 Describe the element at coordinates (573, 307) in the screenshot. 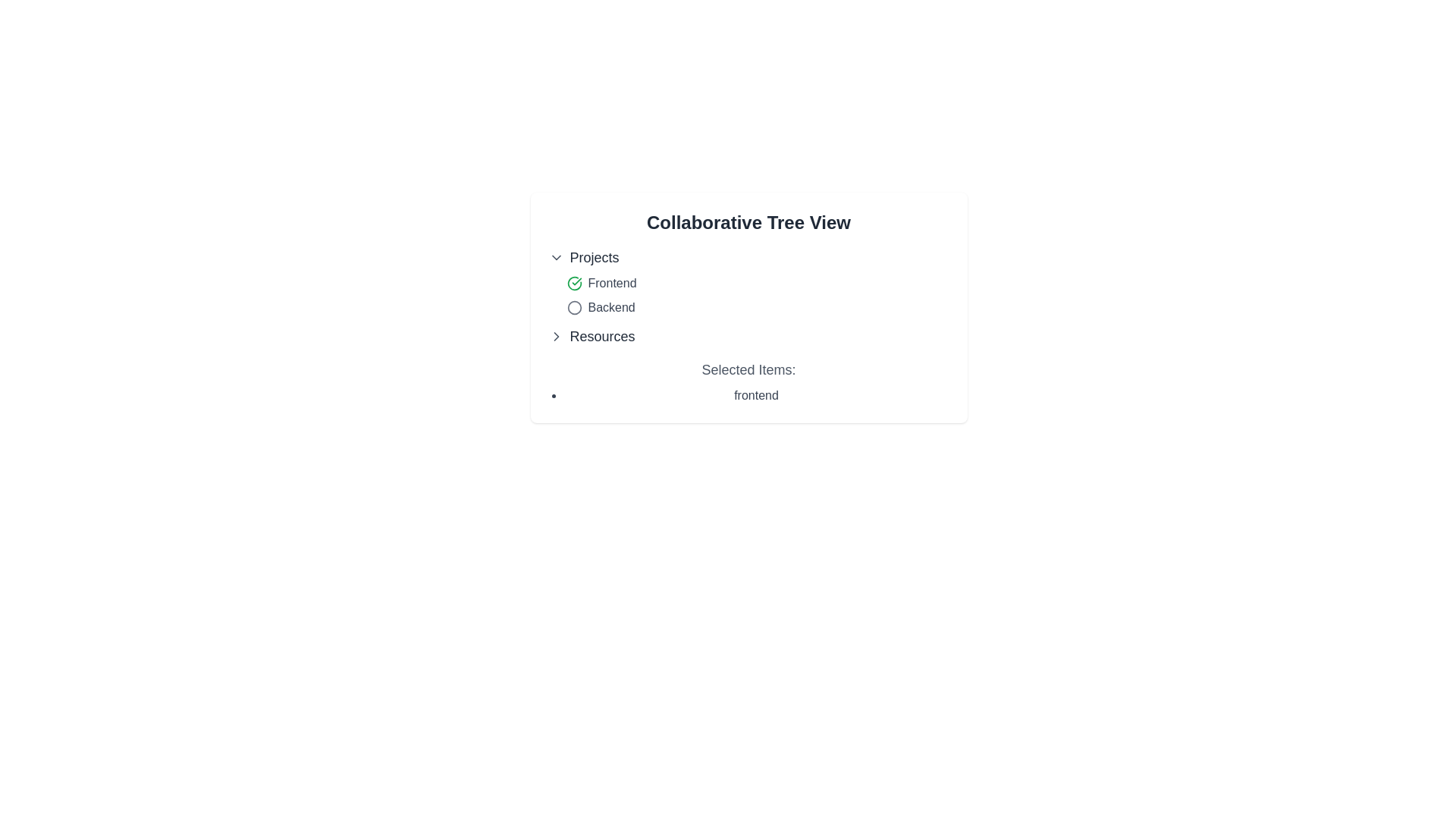

I see `the icon representing the 'Backend' item, which is located in the left section of the interface, to the left of the text 'Backend'` at that location.